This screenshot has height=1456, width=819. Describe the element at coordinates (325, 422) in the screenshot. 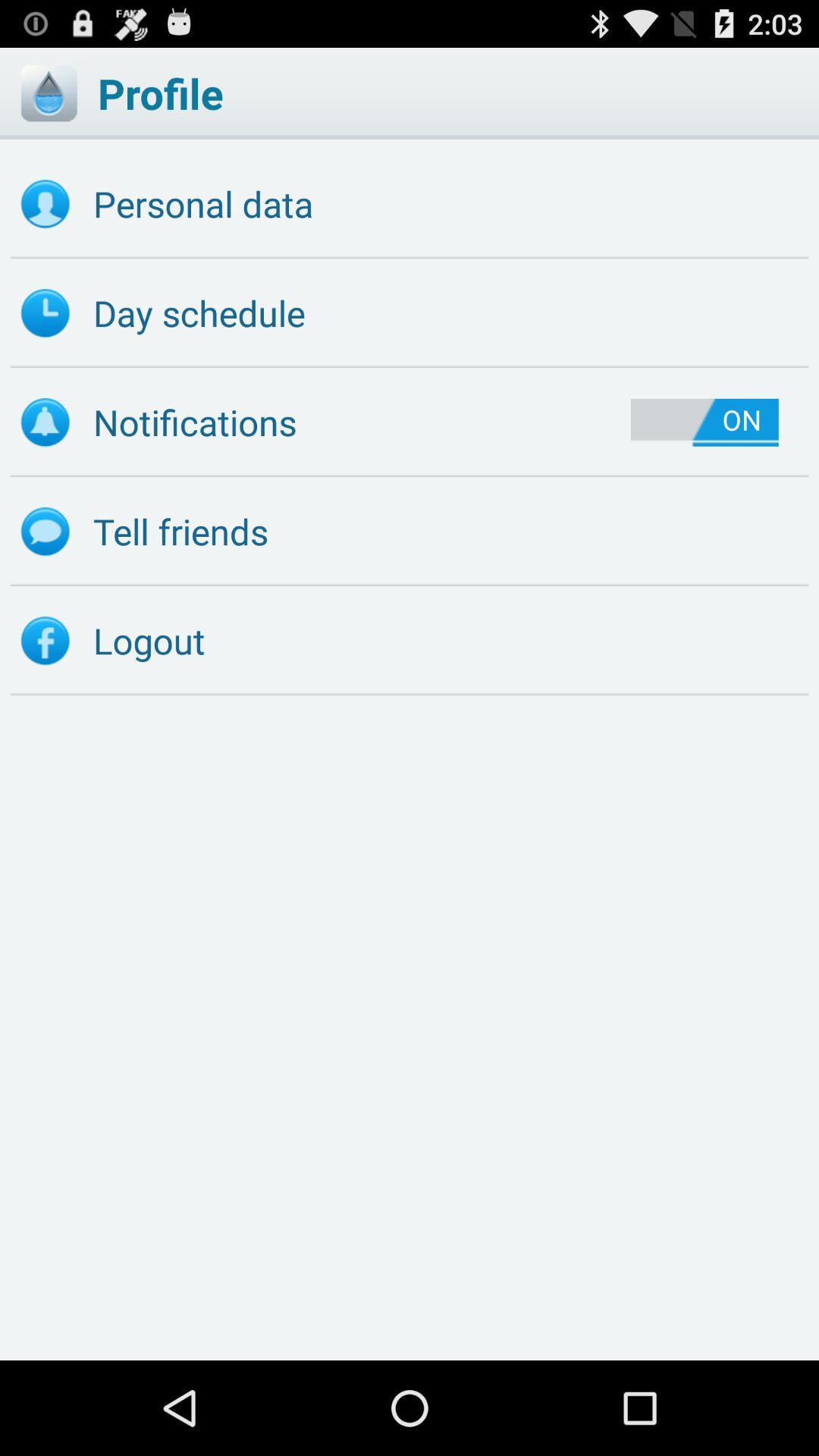

I see `icon to the left of the on` at that location.